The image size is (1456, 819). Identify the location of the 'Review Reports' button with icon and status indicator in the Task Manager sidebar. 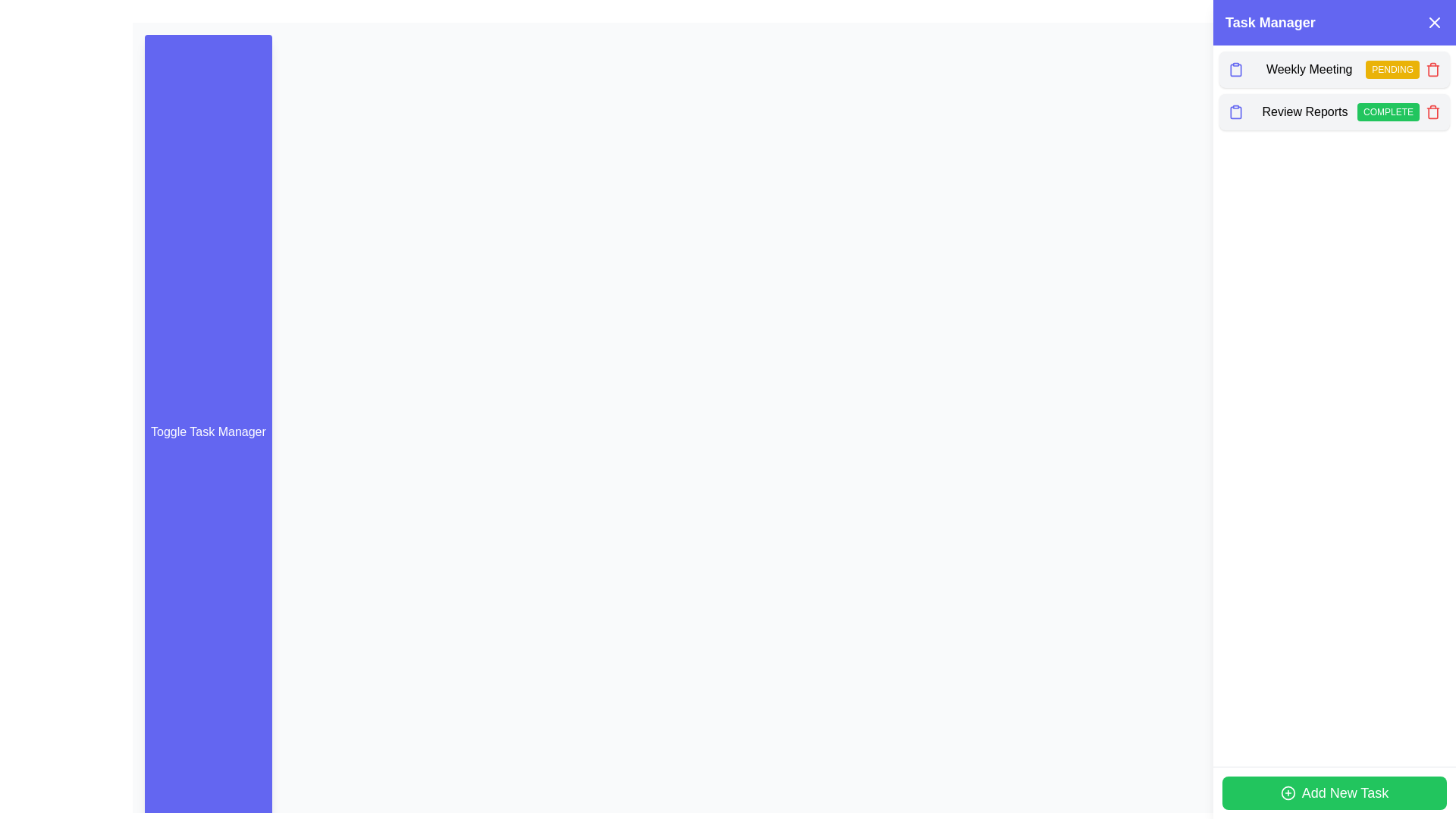
(1335, 111).